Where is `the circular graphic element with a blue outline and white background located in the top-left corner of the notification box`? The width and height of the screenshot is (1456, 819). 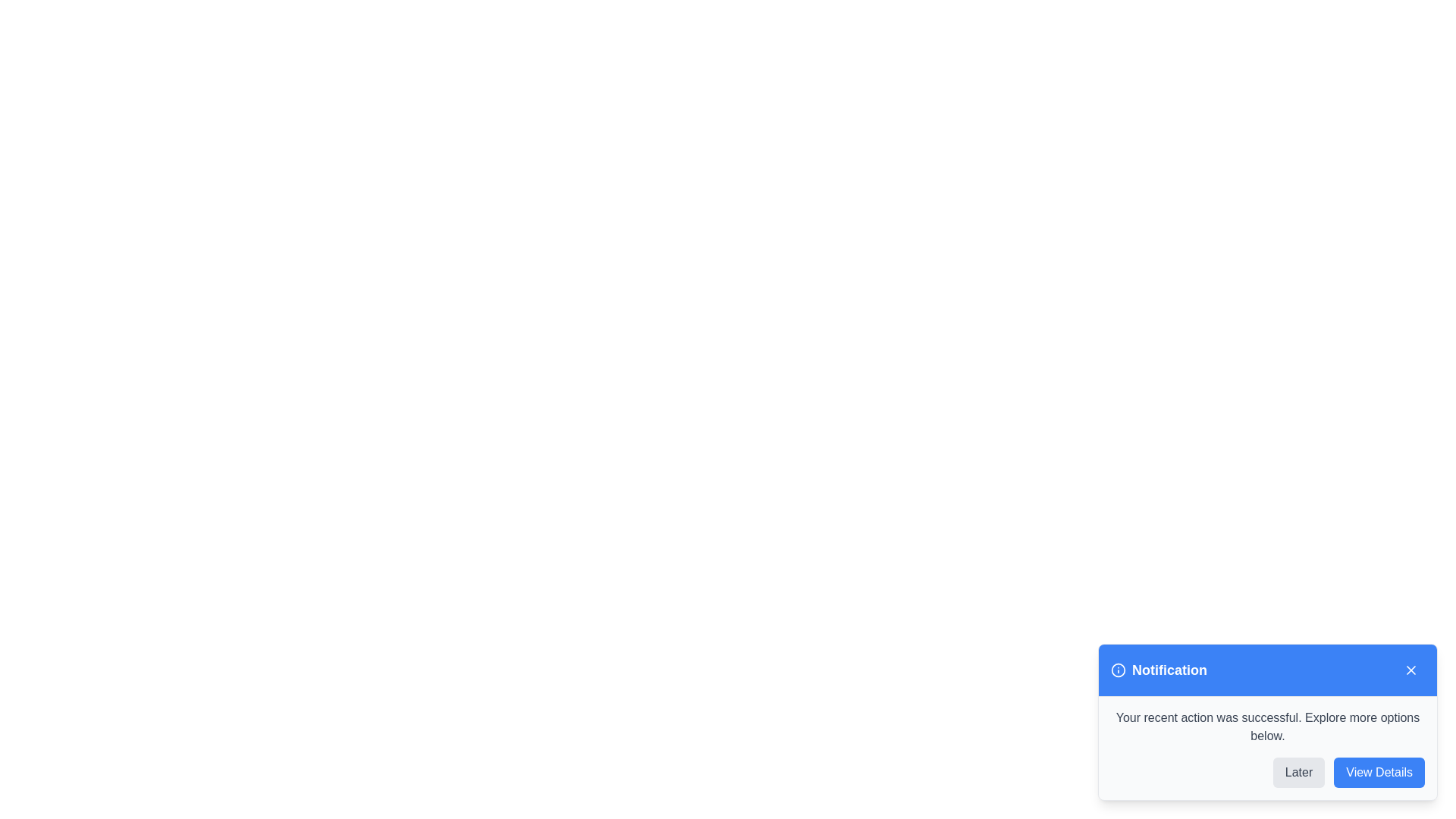
the circular graphic element with a blue outline and white background located in the top-left corner of the notification box is located at coordinates (1118, 669).